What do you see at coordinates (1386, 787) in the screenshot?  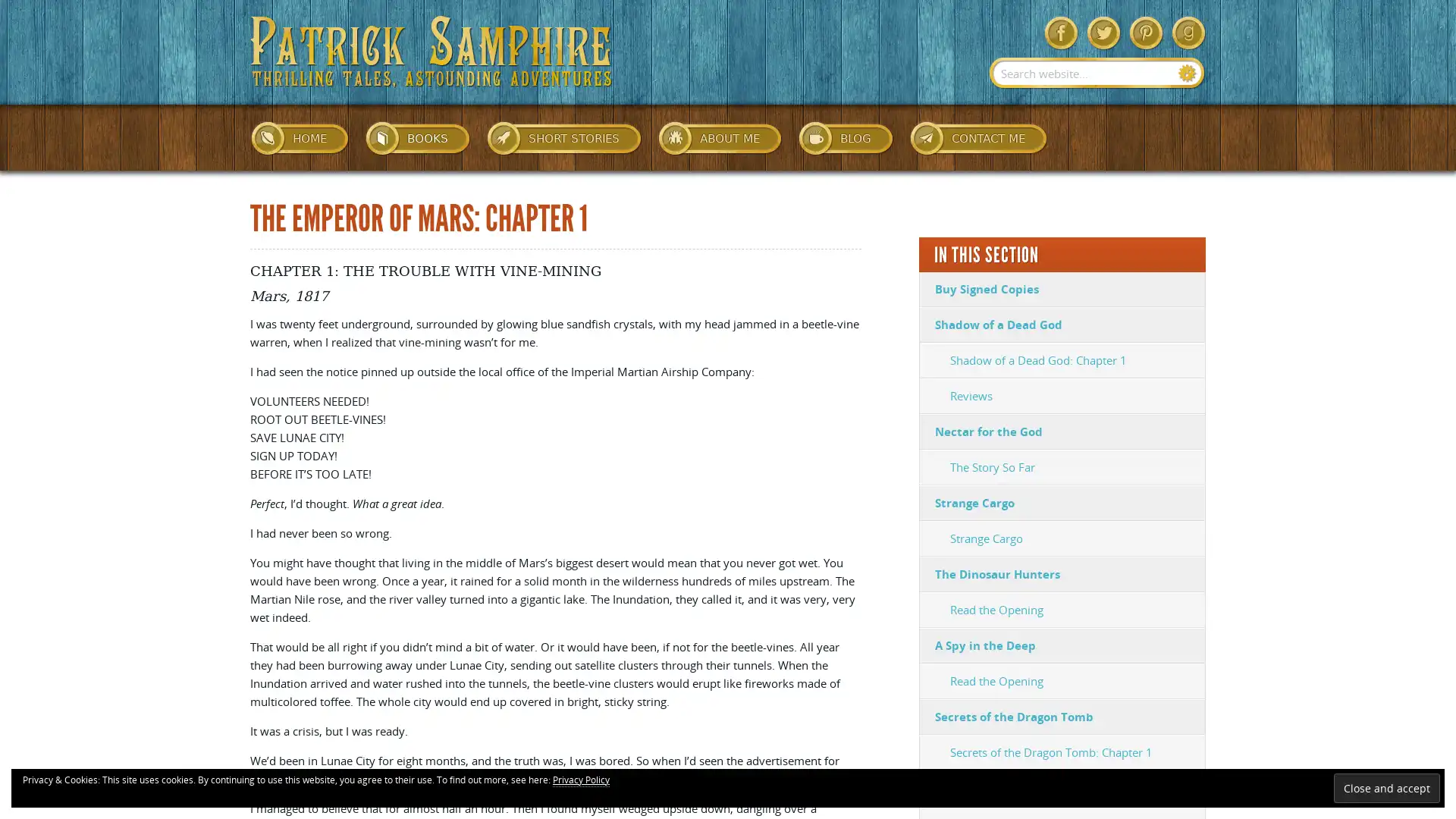 I see `Close and accept` at bounding box center [1386, 787].